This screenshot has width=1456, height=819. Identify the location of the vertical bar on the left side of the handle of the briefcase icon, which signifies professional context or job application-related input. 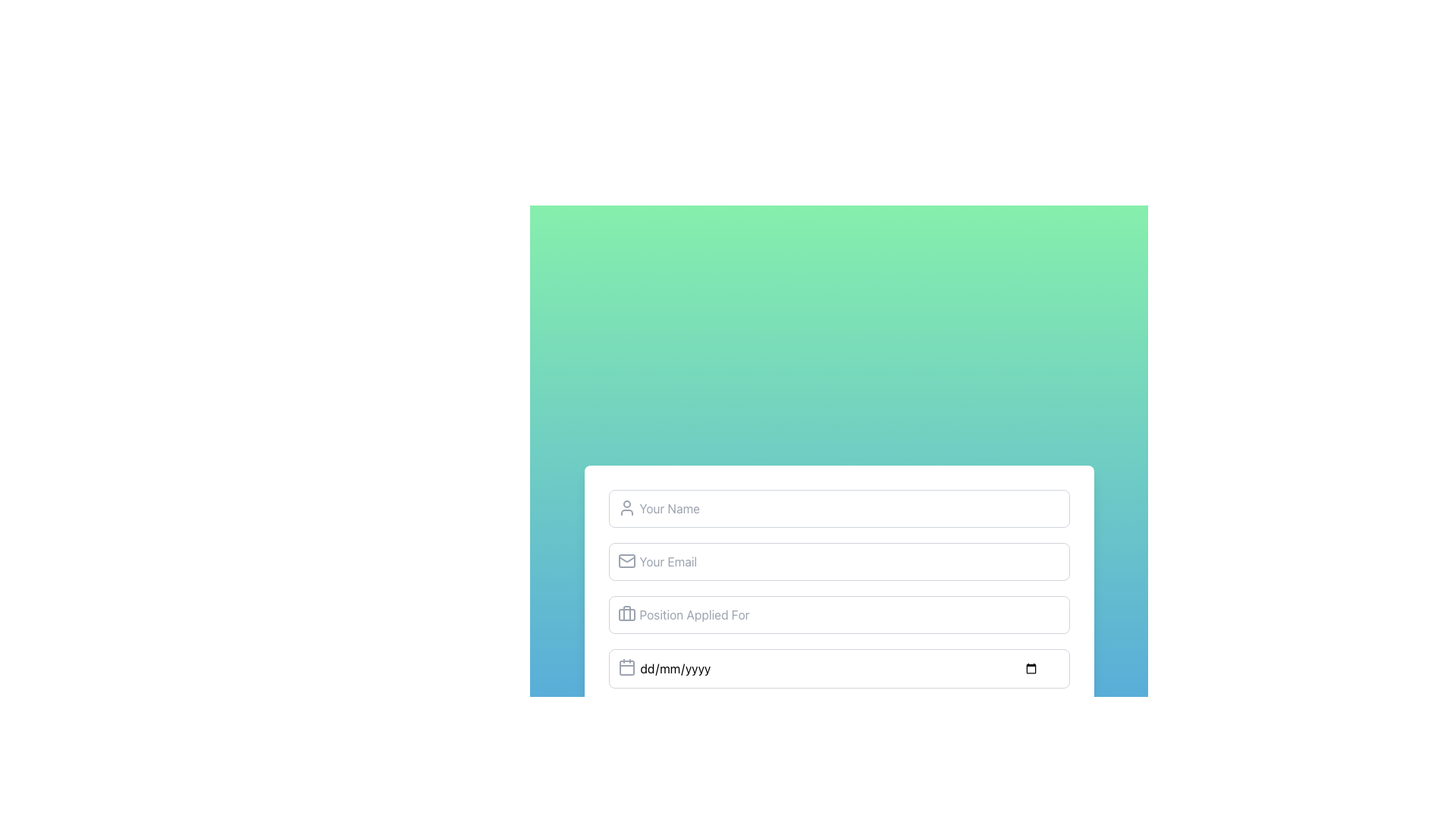
(626, 613).